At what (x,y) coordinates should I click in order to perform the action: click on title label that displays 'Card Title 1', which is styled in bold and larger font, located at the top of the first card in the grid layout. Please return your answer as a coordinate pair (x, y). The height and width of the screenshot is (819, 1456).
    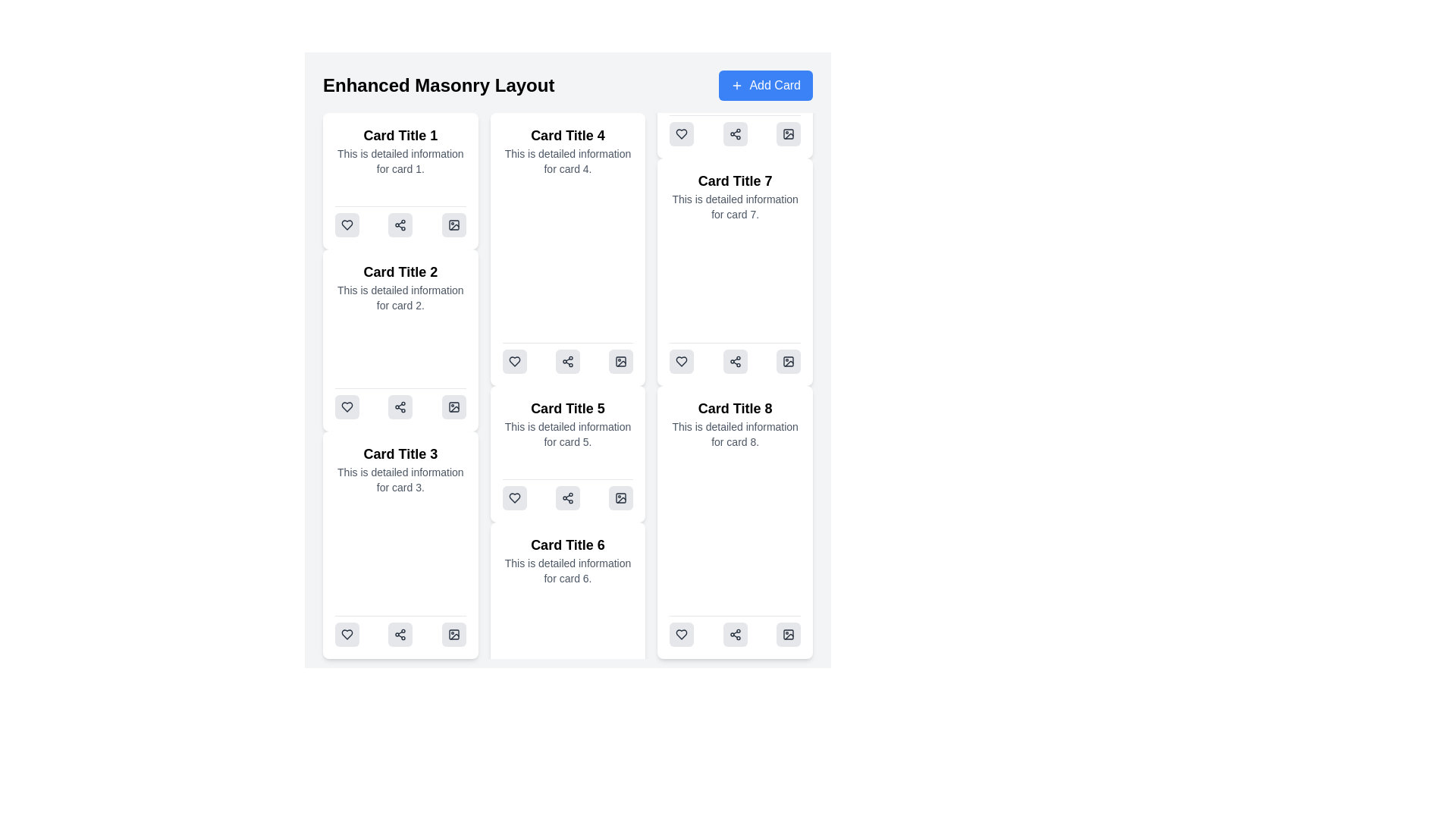
    Looking at the image, I should click on (400, 134).